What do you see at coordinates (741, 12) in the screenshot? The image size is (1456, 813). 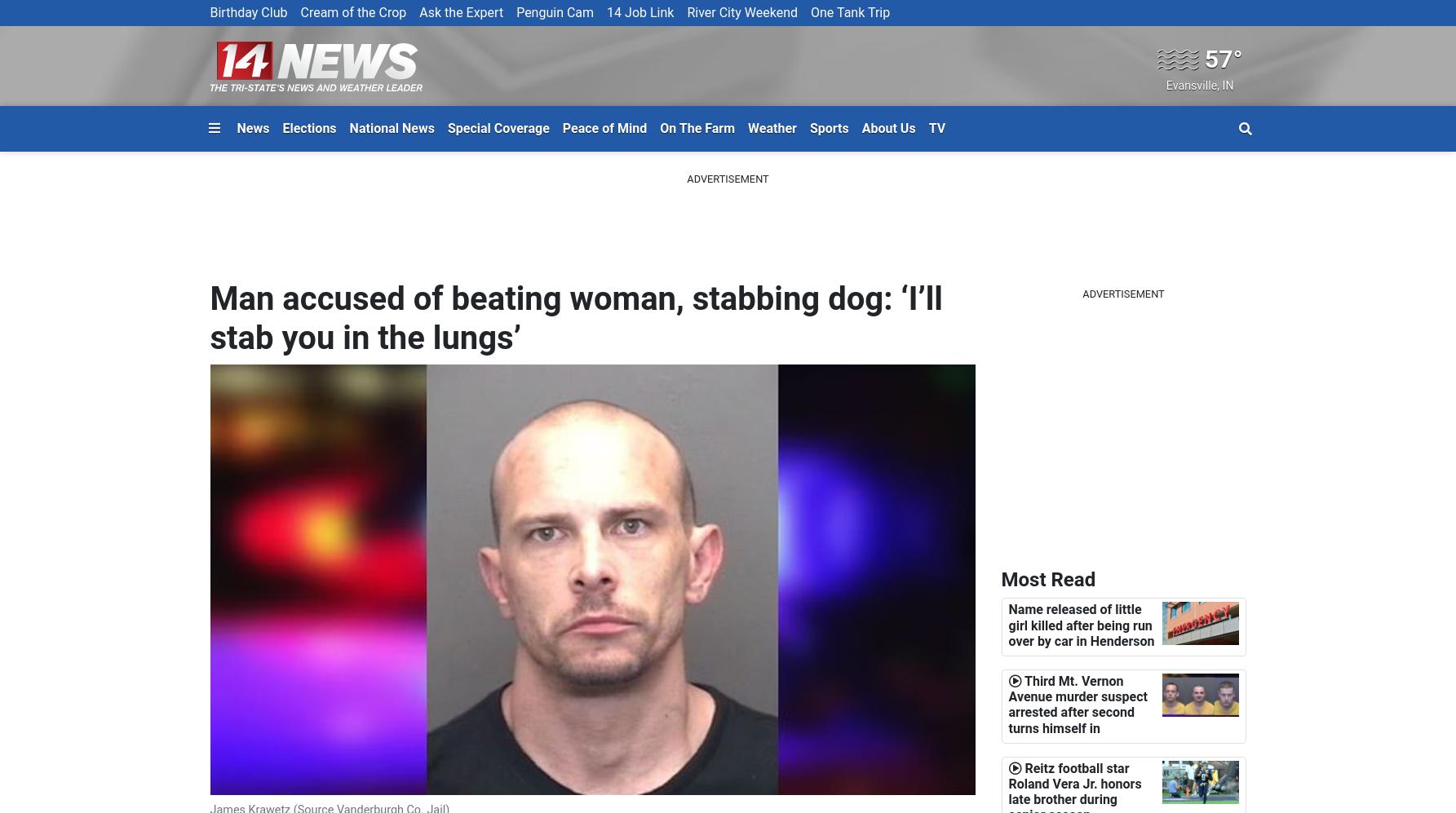 I see `'River City Weekend'` at bounding box center [741, 12].